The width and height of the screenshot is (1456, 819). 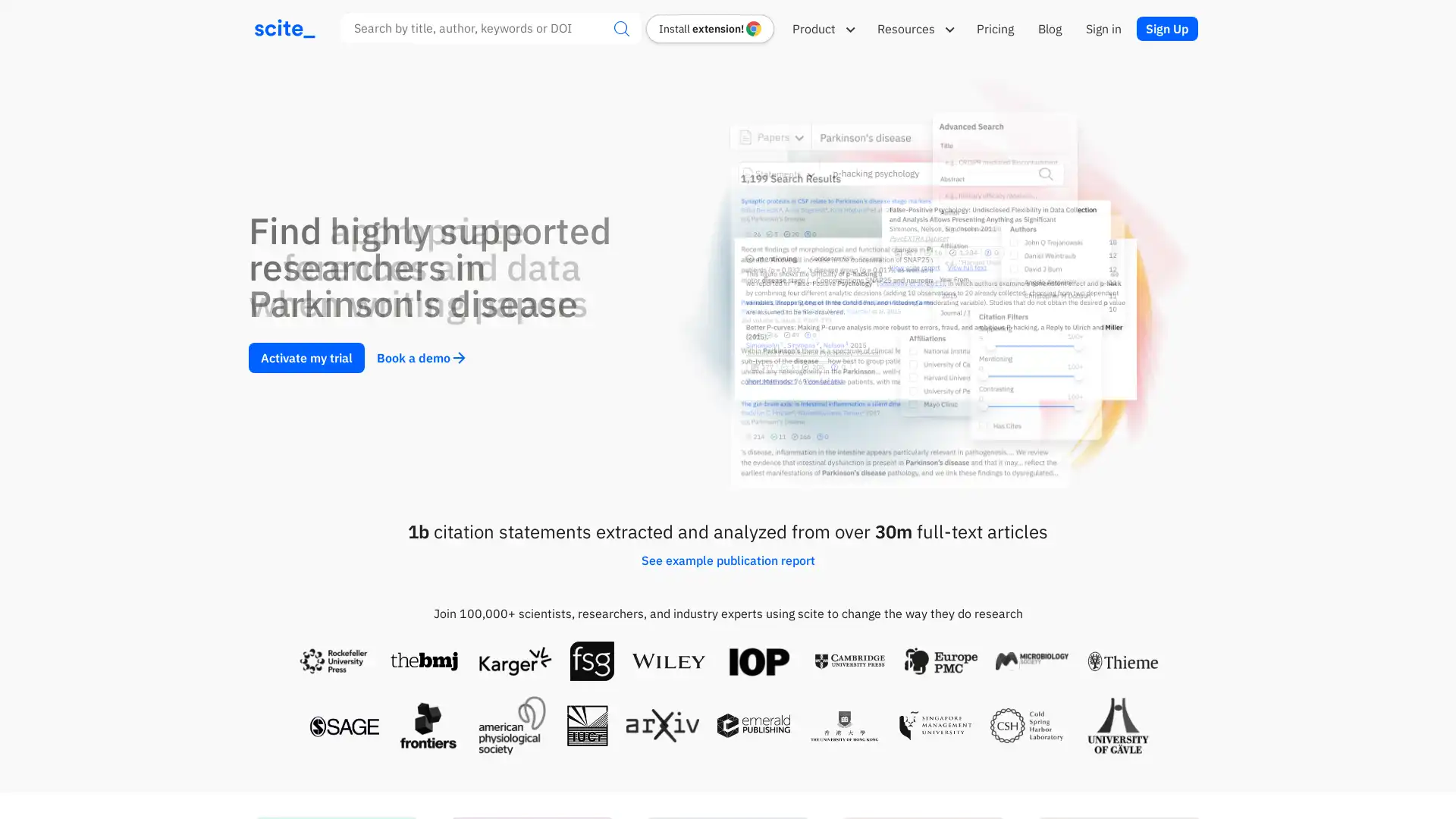 I want to click on Sign Up, so click(x=1166, y=28).